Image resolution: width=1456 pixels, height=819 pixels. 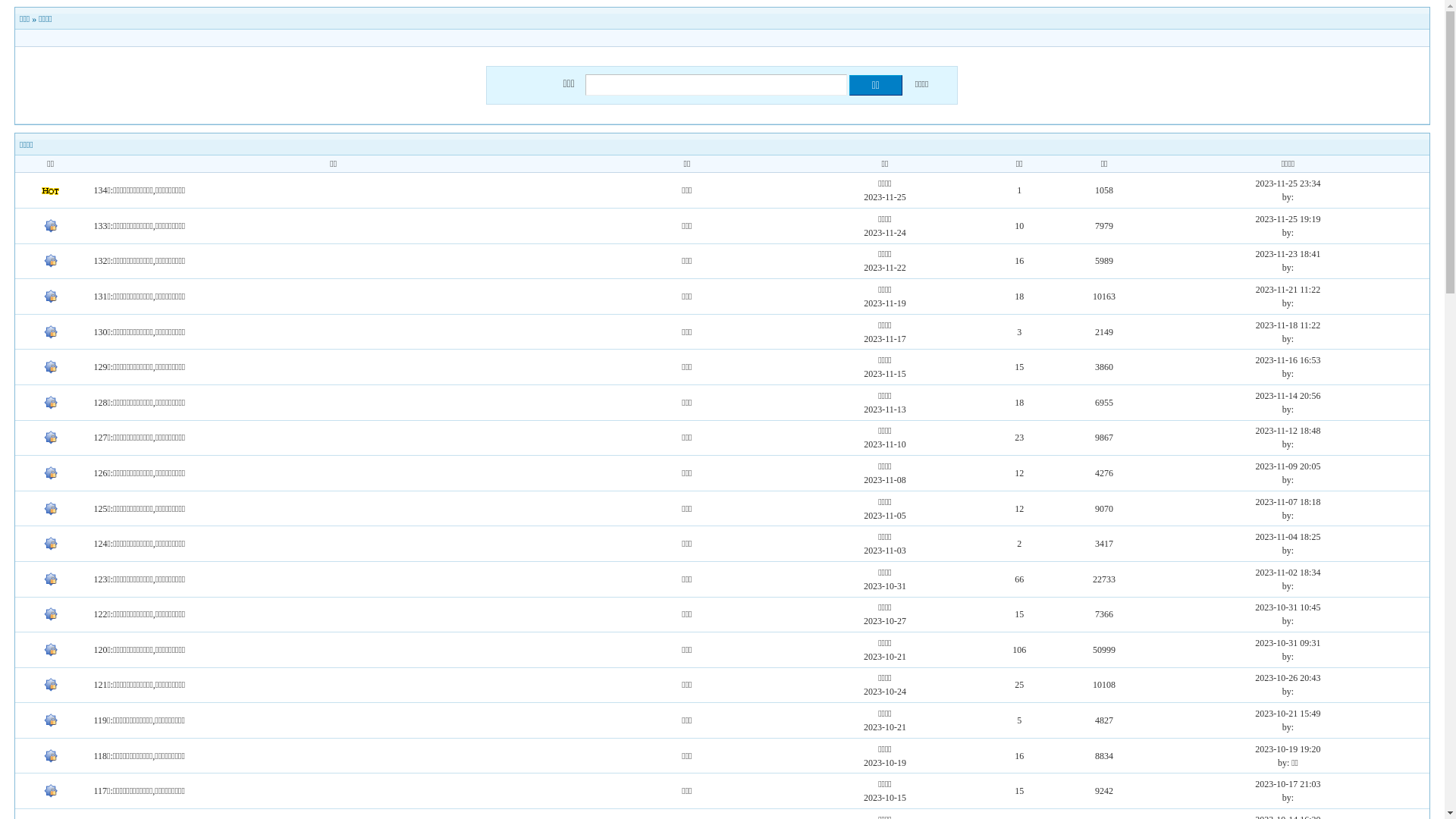 What do you see at coordinates (1287, 714) in the screenshot?
I see `'2023-10-21 15:49'` at bounding box center [1287, 714].